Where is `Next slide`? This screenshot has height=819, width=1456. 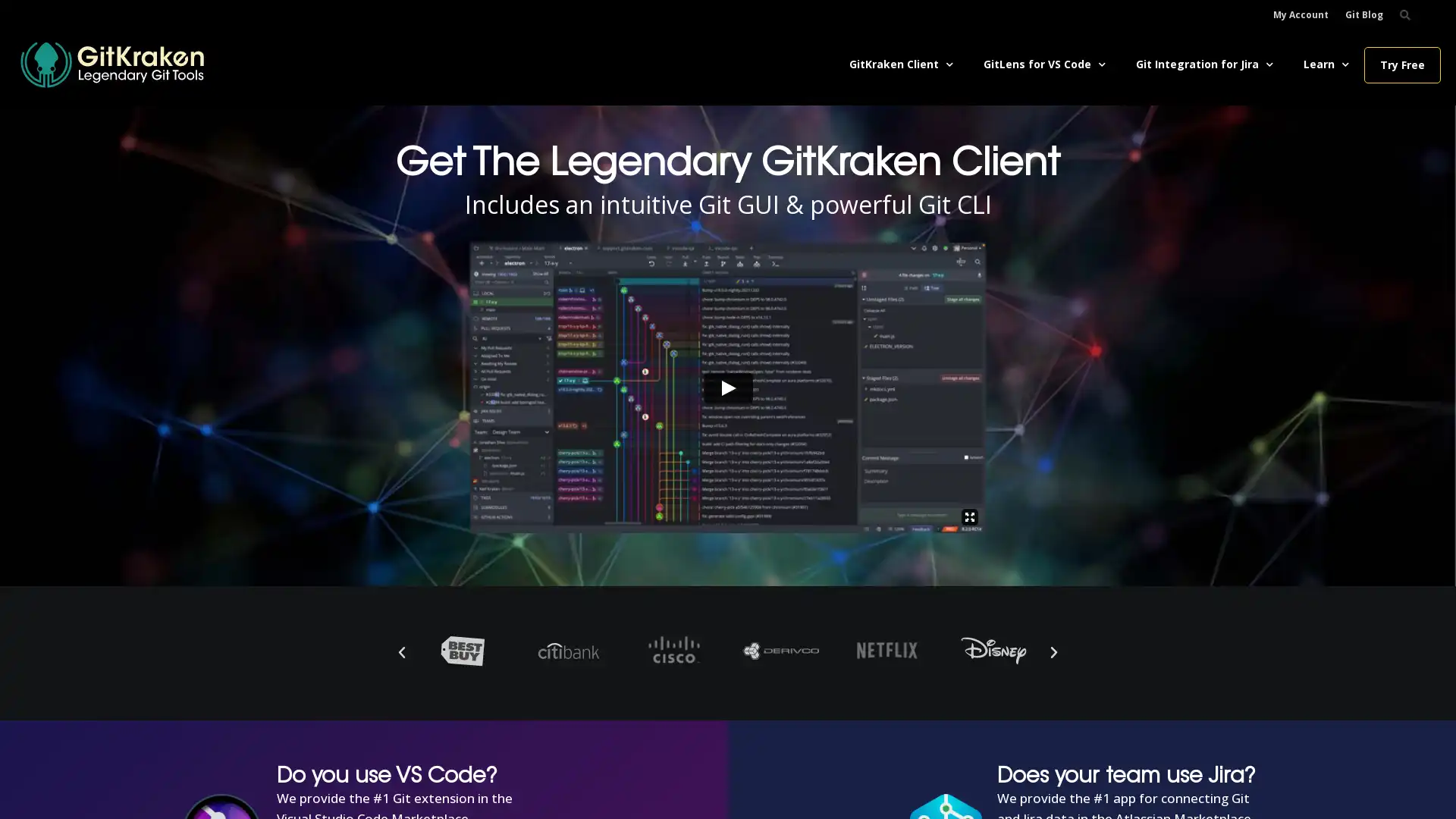
Next slide is located at coordinates (1053, 651).